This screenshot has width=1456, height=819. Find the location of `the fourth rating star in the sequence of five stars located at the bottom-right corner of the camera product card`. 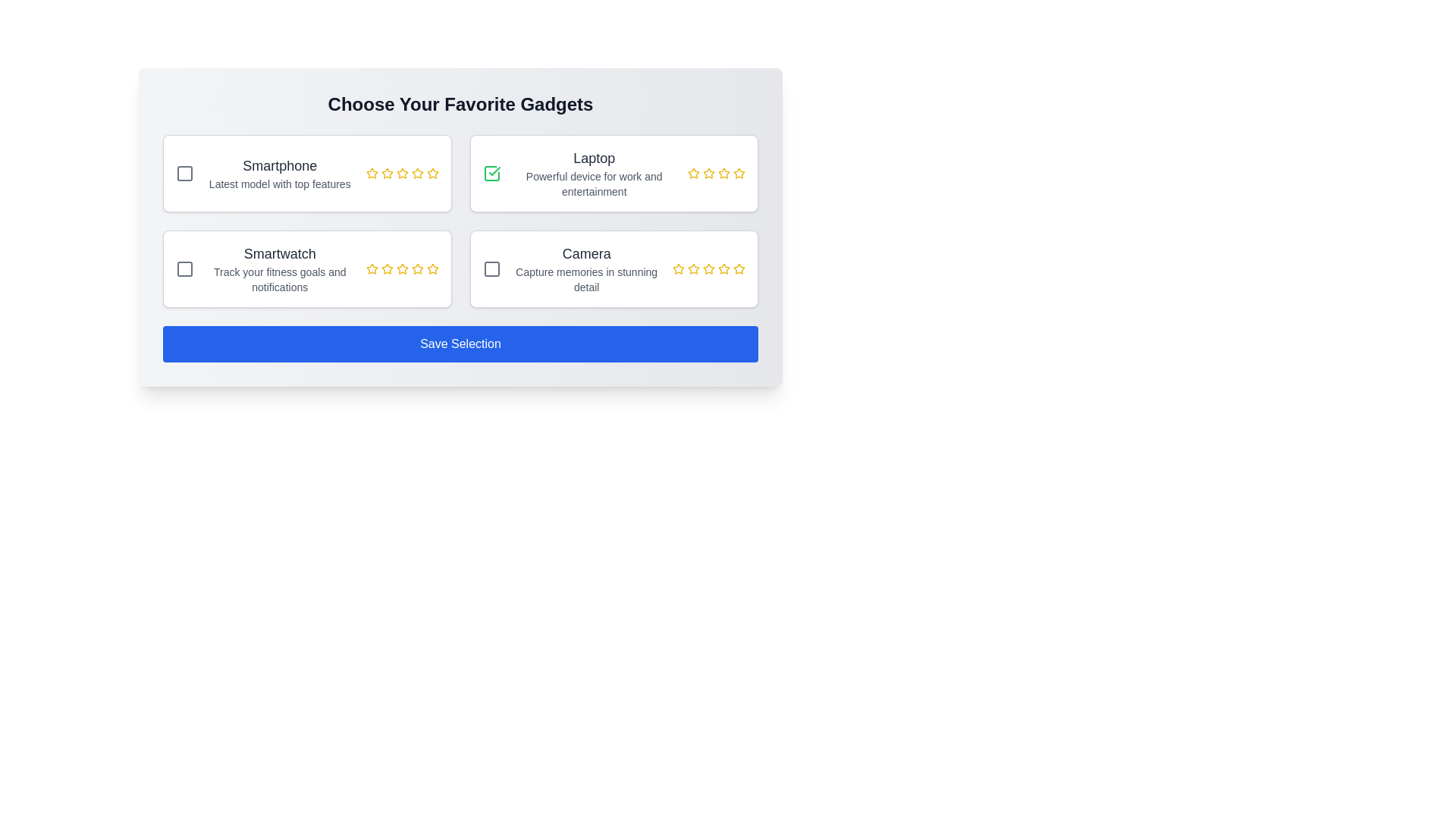

the fourth rating star in the sequence of five stars located at the bottom-right corner of the camera product card is located at coordinates (708, 268).